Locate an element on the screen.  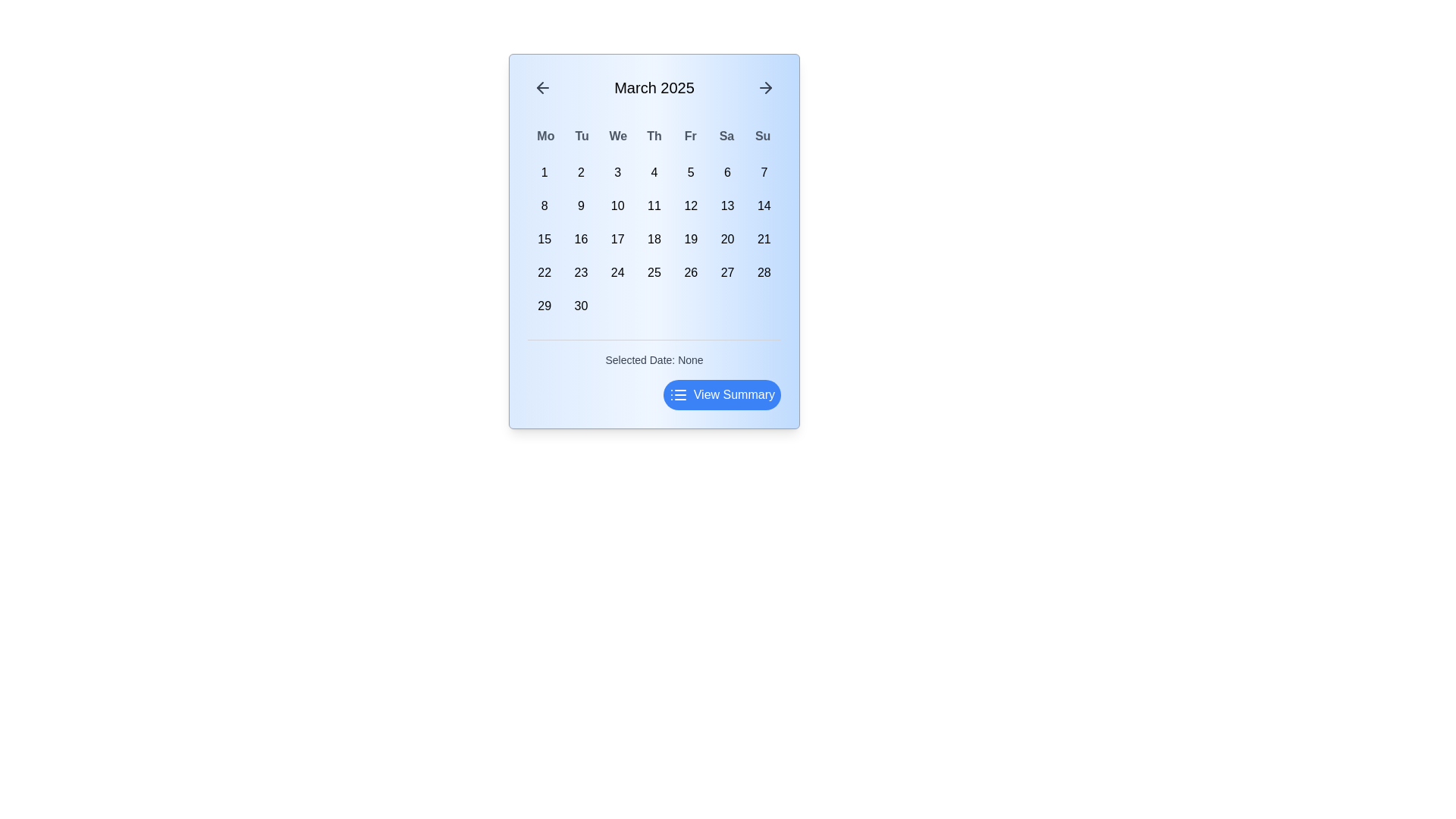
the header label for the 'Friday' column in the calendar table, which is positioned between the 'Th' and 'Sa' labels is located at coordinates (689, 136).